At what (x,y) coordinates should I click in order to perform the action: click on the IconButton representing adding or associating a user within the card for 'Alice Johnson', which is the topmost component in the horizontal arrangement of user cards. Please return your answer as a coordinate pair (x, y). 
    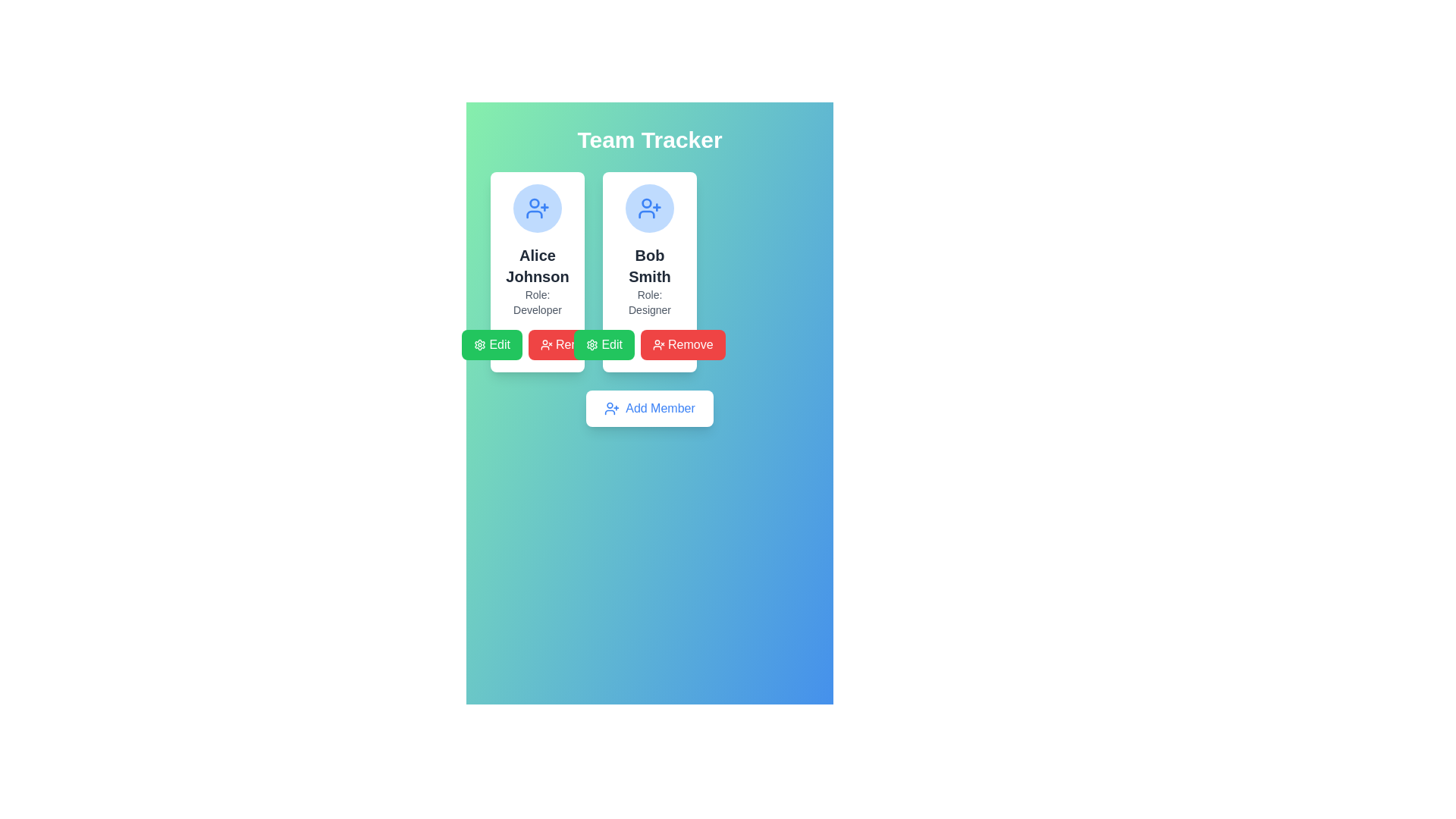
    Looking at the image, I should click on (538, 208).